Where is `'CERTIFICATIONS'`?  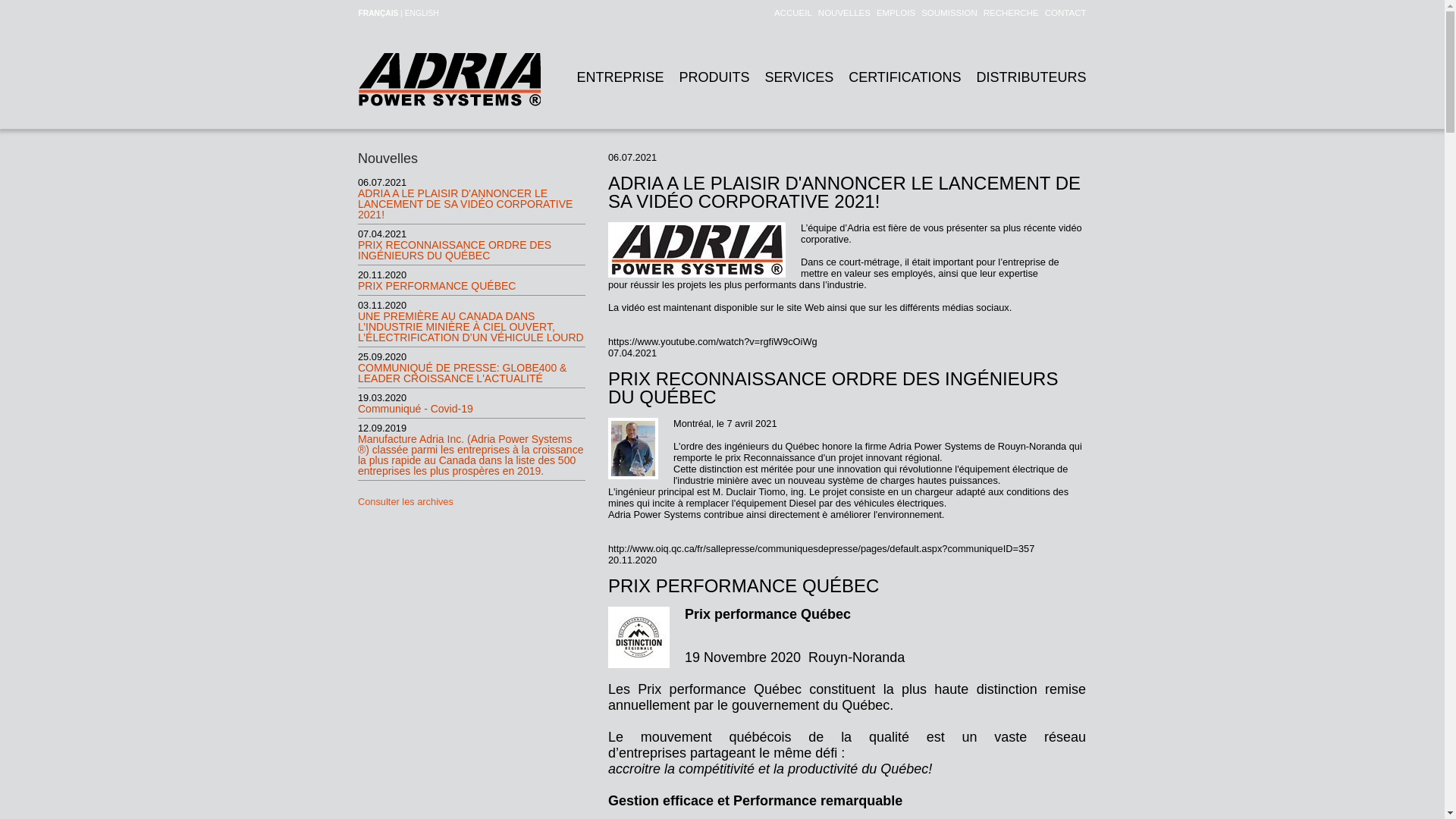 'CERTIFICATIONS' is located at coordinates (905, 77).